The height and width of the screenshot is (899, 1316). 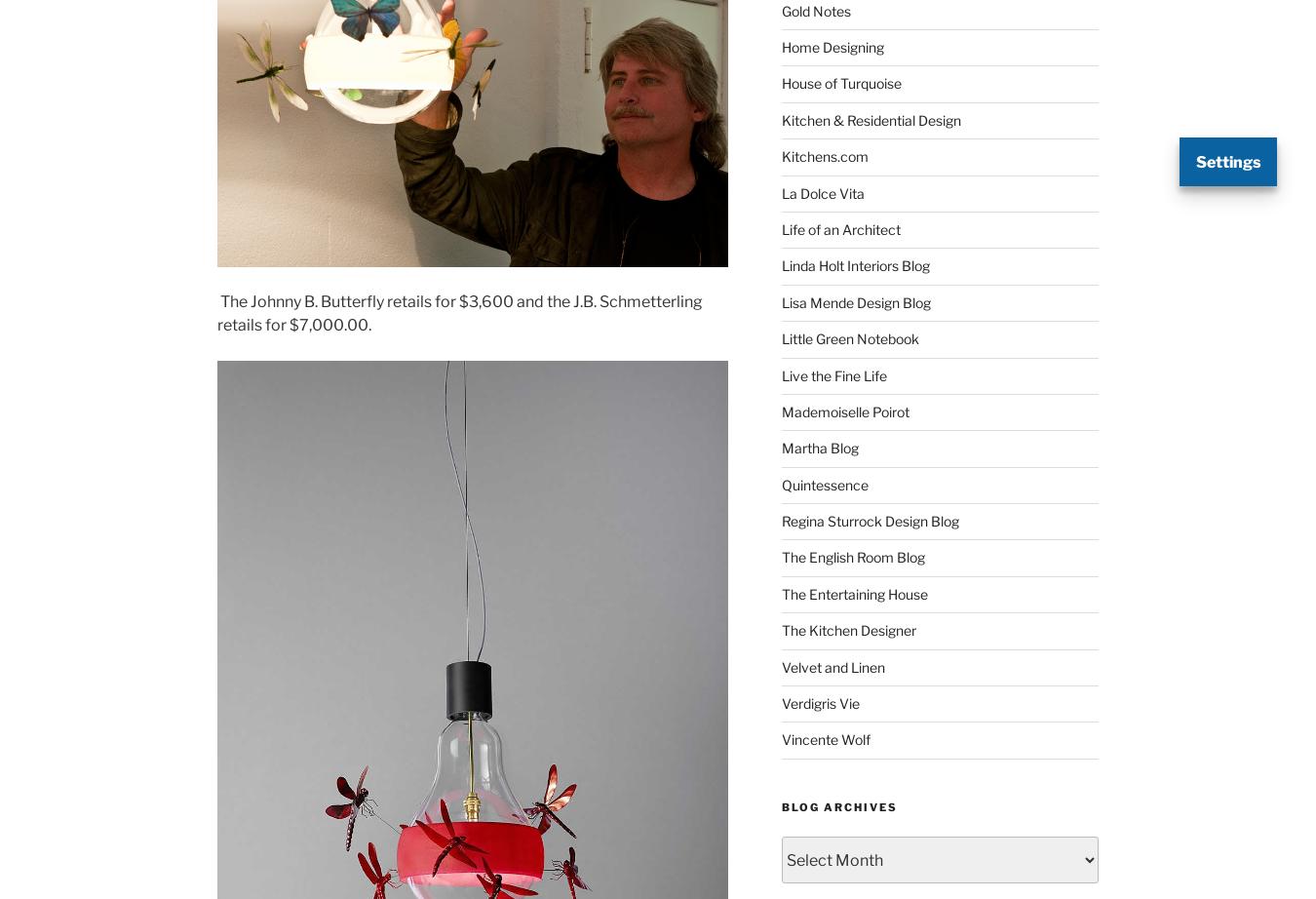 I want to click on 'Life of an Architect', so click(x=839, y=227).